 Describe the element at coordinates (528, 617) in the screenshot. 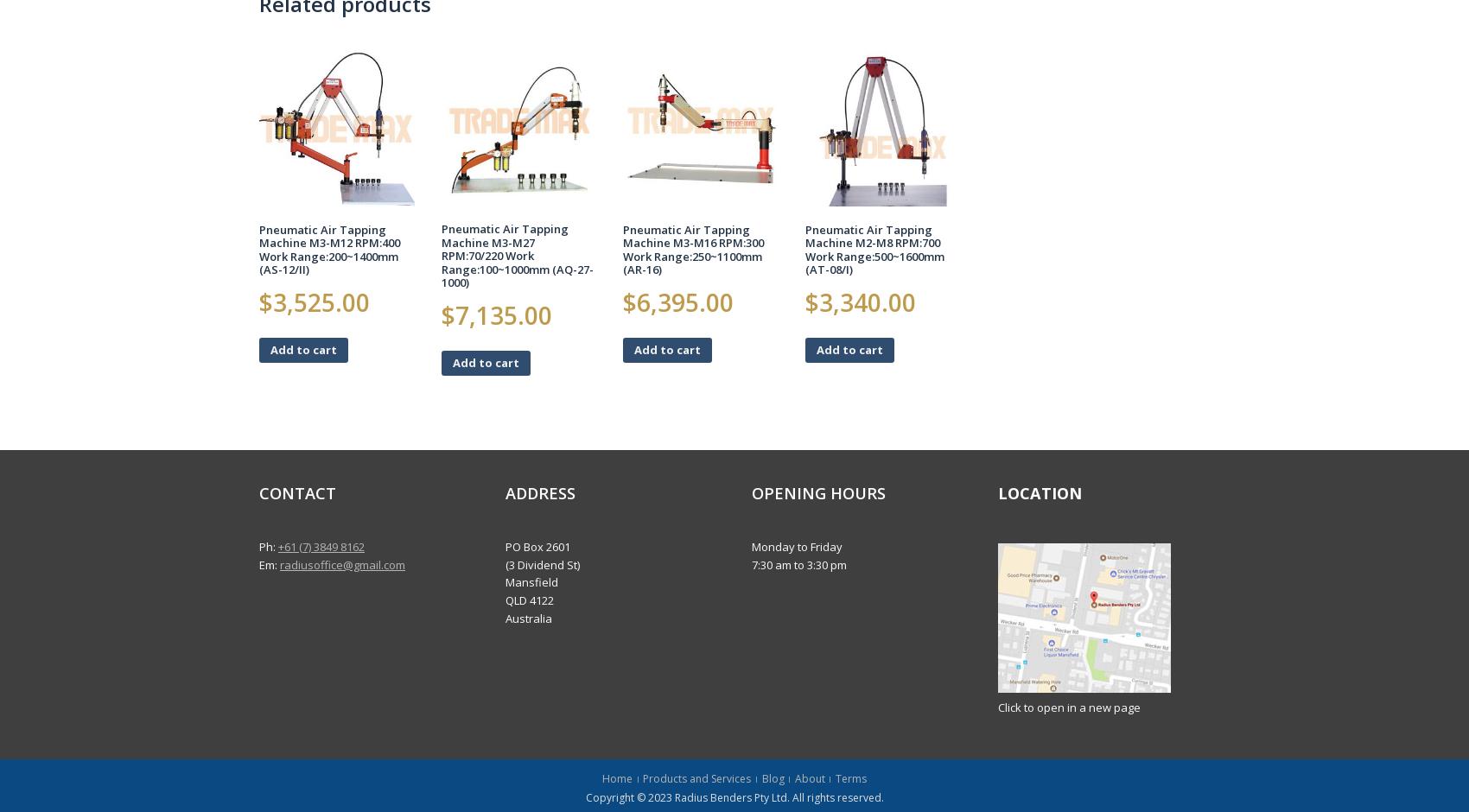

I see `'Australia'` at that location.